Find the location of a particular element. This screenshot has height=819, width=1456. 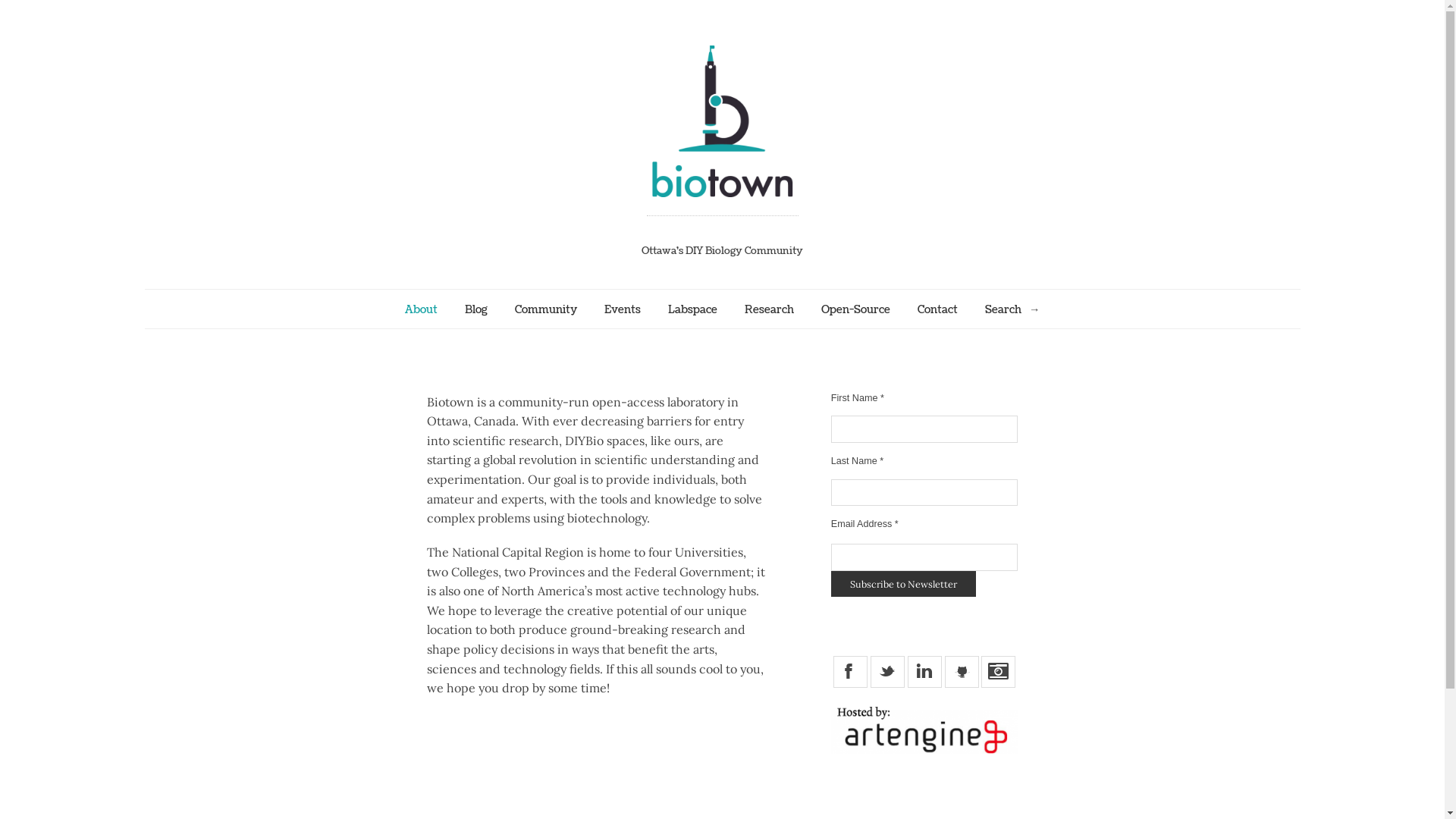

'Open-Source' is located at coordinates (855, 309).